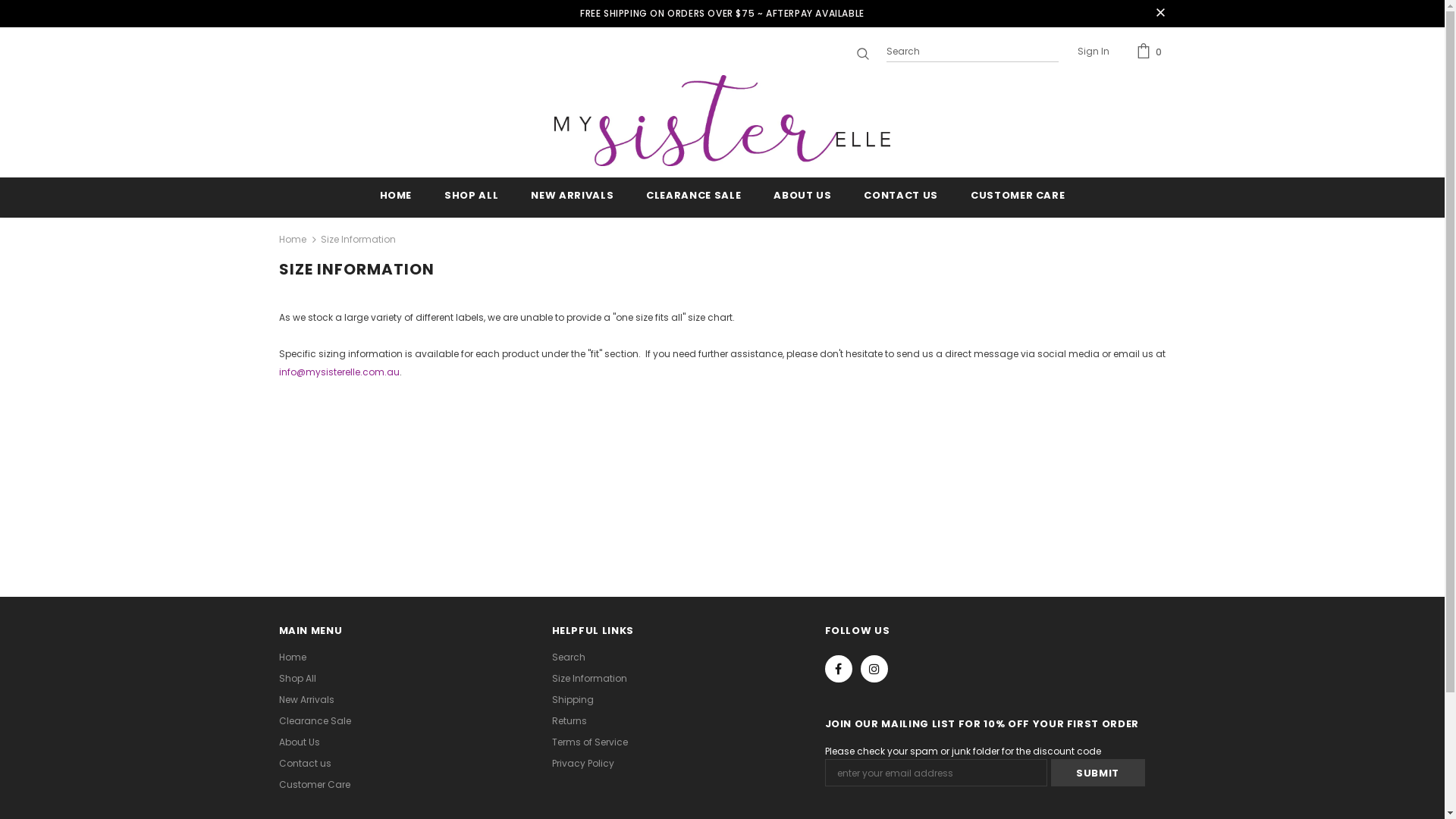  What do you see at coordinates (1092, 52) in the screenshot?
I see `'Sign In'` at bounding box center [1092, 52].